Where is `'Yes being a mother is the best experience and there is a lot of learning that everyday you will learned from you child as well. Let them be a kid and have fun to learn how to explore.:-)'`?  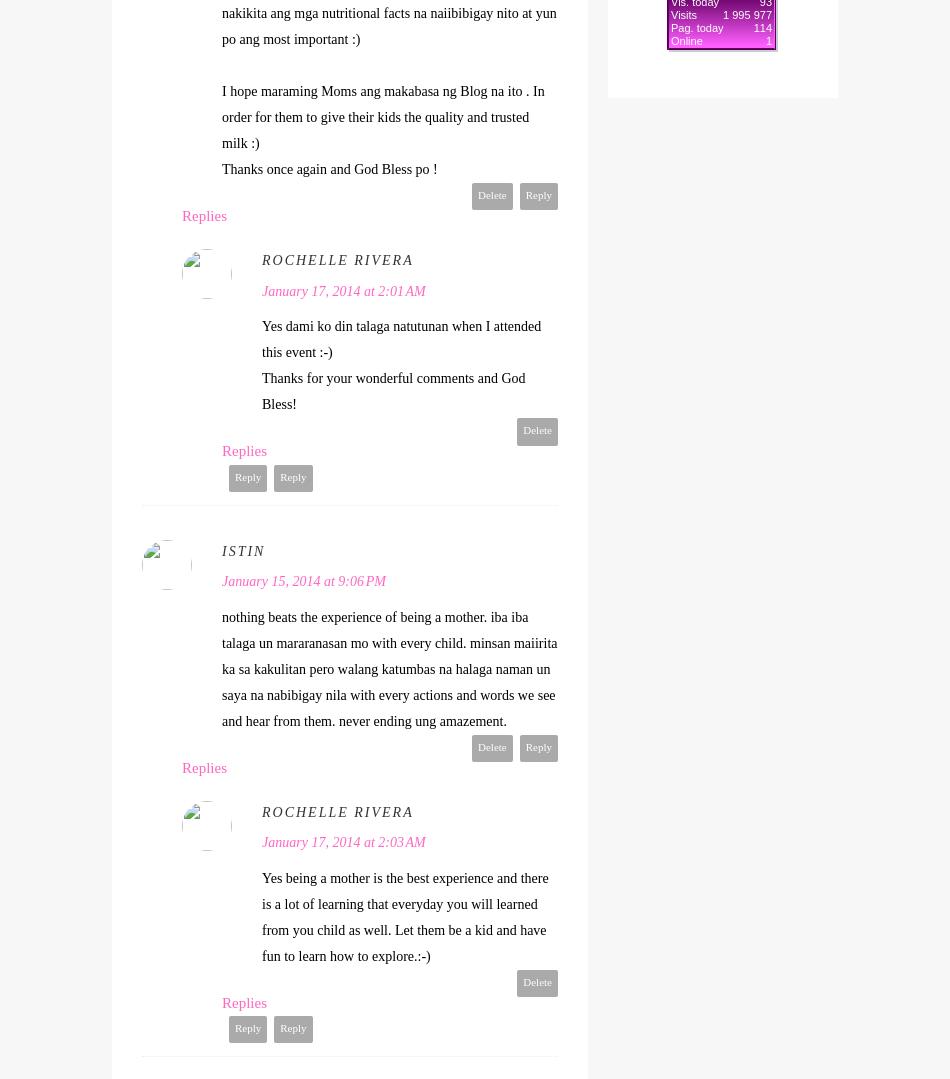 'Yes being a mother is the best experience and there is a lot of learning that everyday you will learned from you child as well. Let them be a kid and have fun to learn how to explore.:-)' is located at coordinates (403, 916).